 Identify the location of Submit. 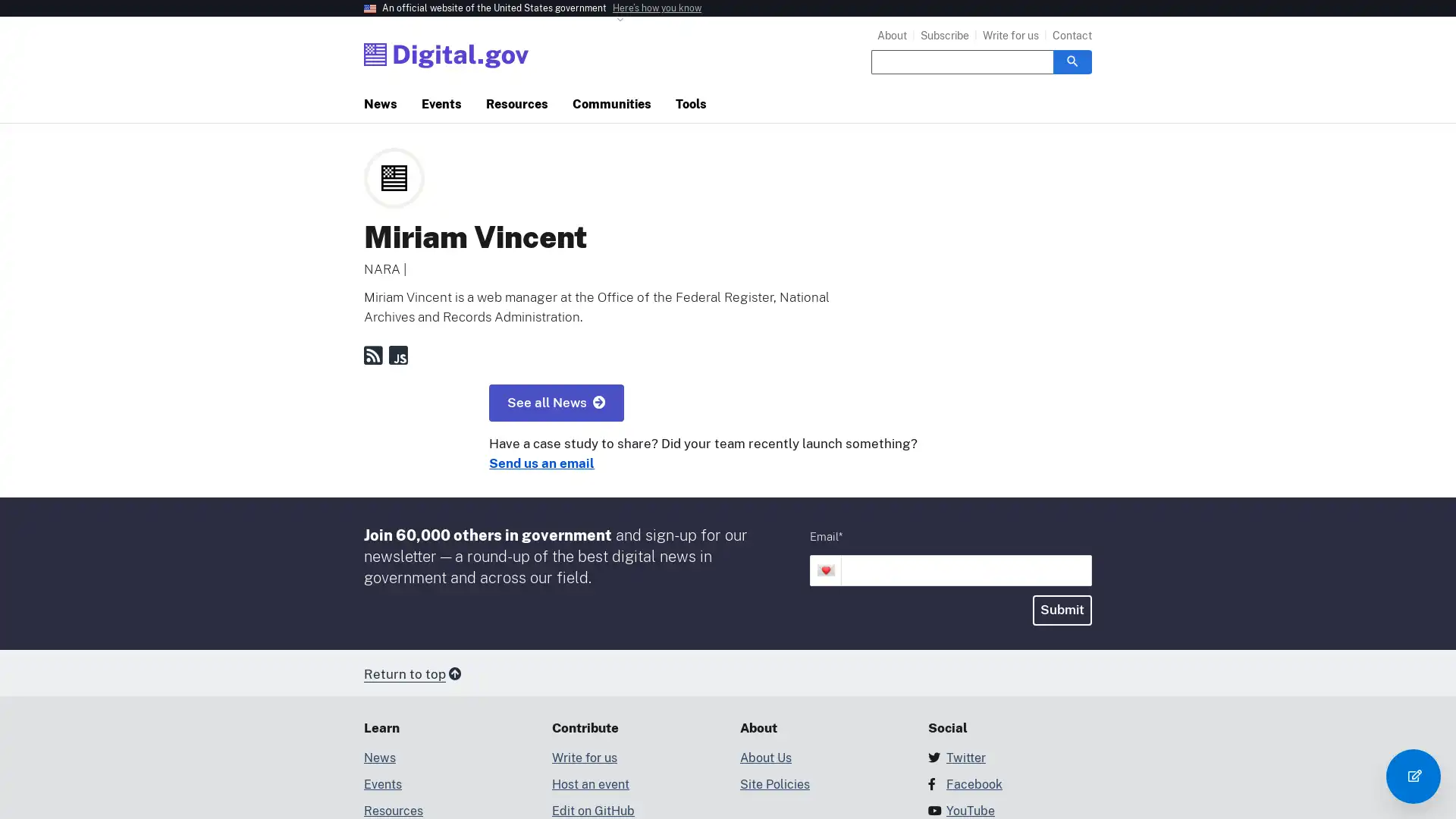
(1062, 609).